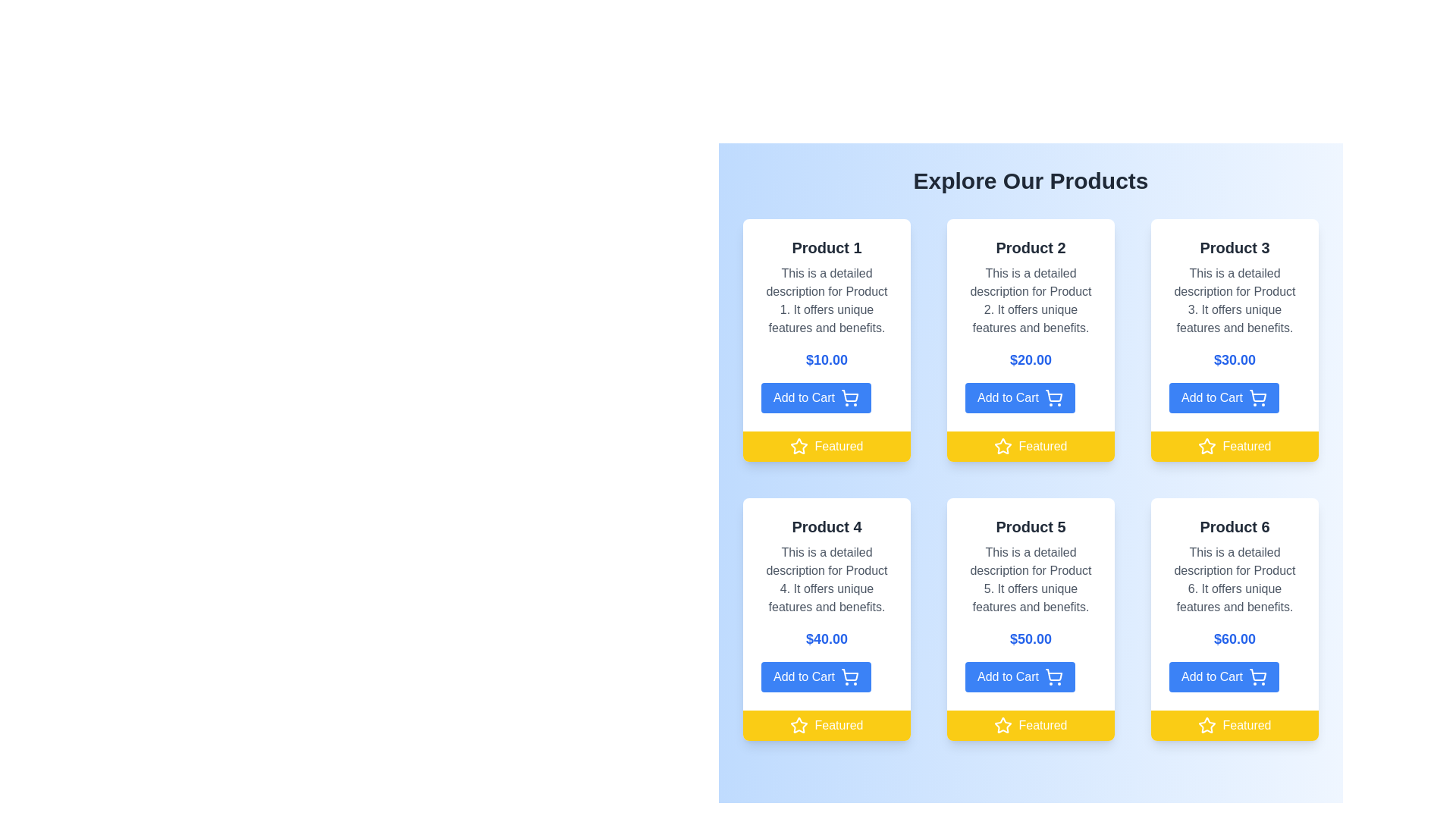 Image resolution: width=1456 pixels, height=819 pixels. Describe the element at coordinates (1235, 301) in the screenshot. I see `the descriptive text for 'Product 3', which is located below the title and above the price label` at that location.